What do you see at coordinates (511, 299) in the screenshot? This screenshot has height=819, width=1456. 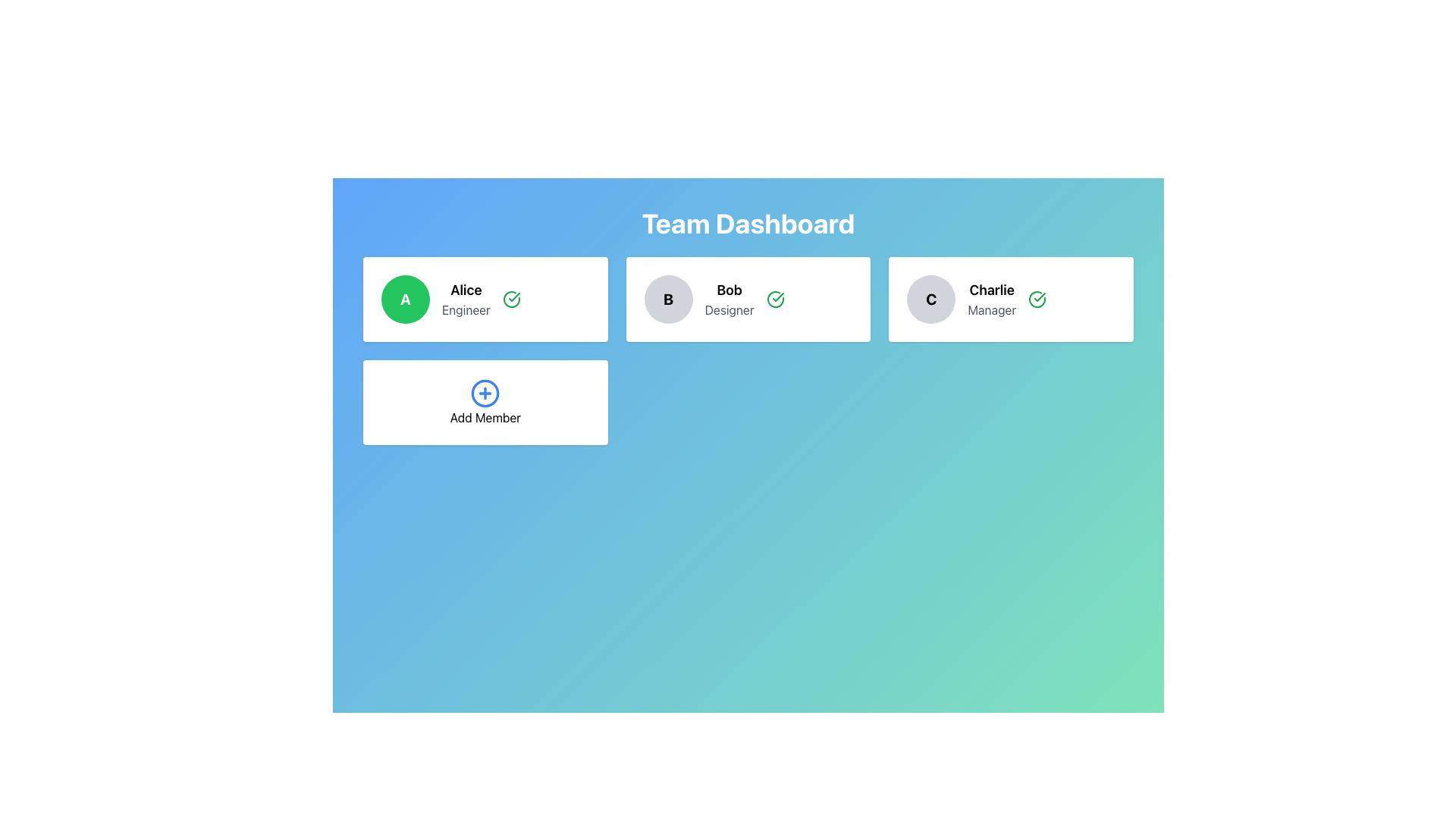 I see `approved status icon located to the right of the text 'Alice Engineer' within the 'Alice' card, which indicates a positive acknowledgment` at bounding box center [511, 299].